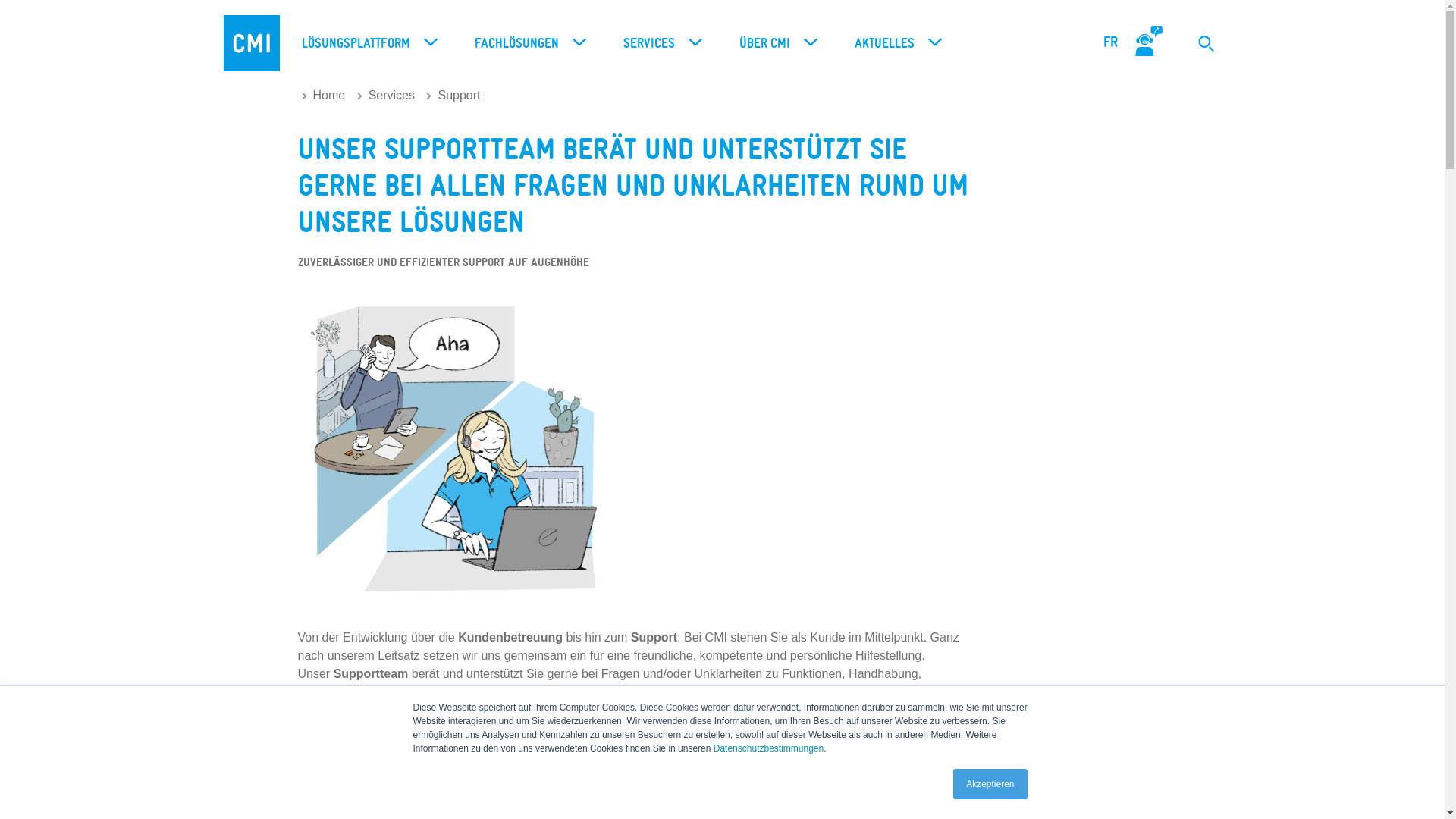 This screenshot has height=819, width=1456. I want to click on 'AKTUELLES', so click(894, 42).